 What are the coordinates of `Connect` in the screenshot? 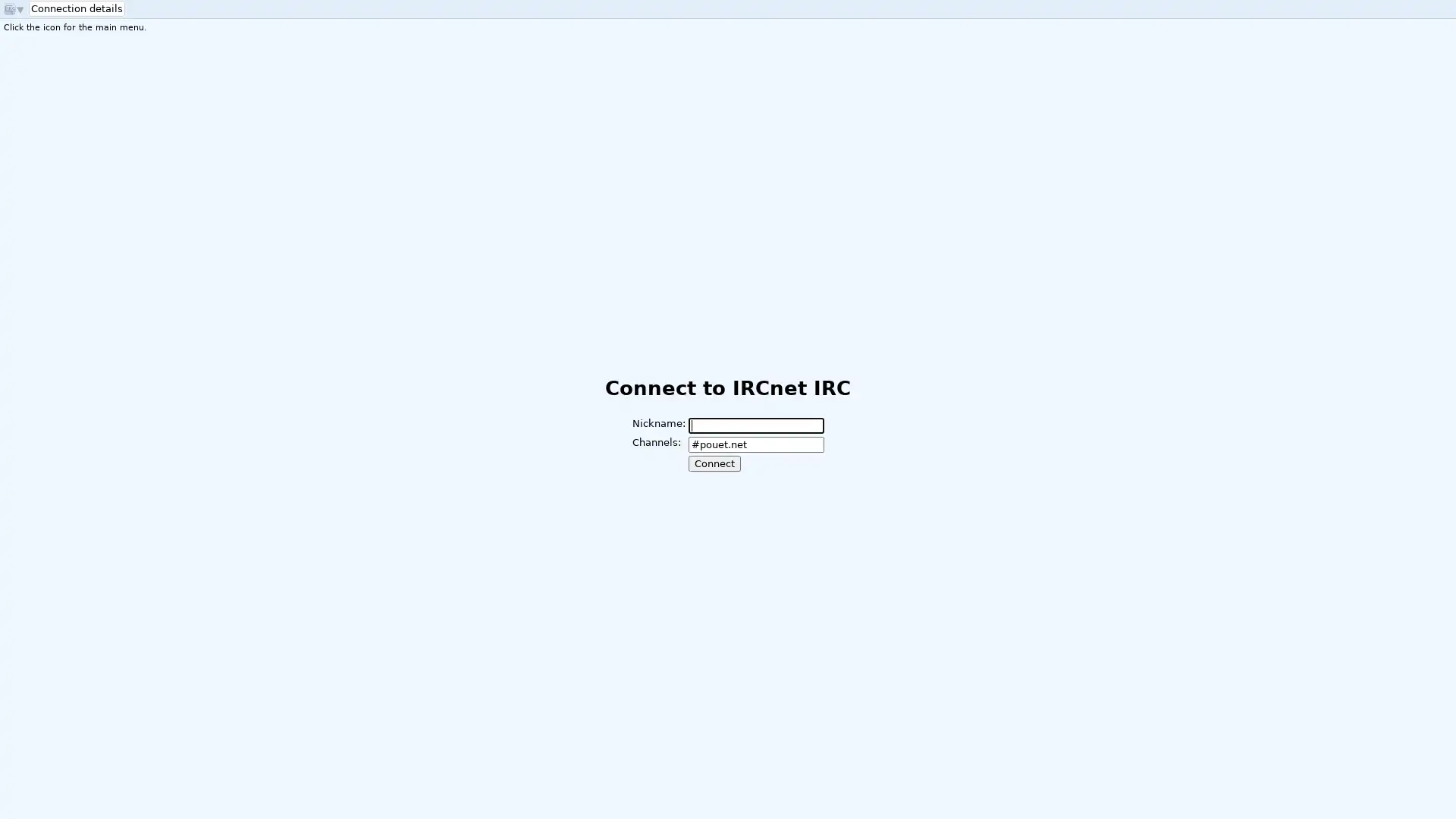 It's located at (713, 463).